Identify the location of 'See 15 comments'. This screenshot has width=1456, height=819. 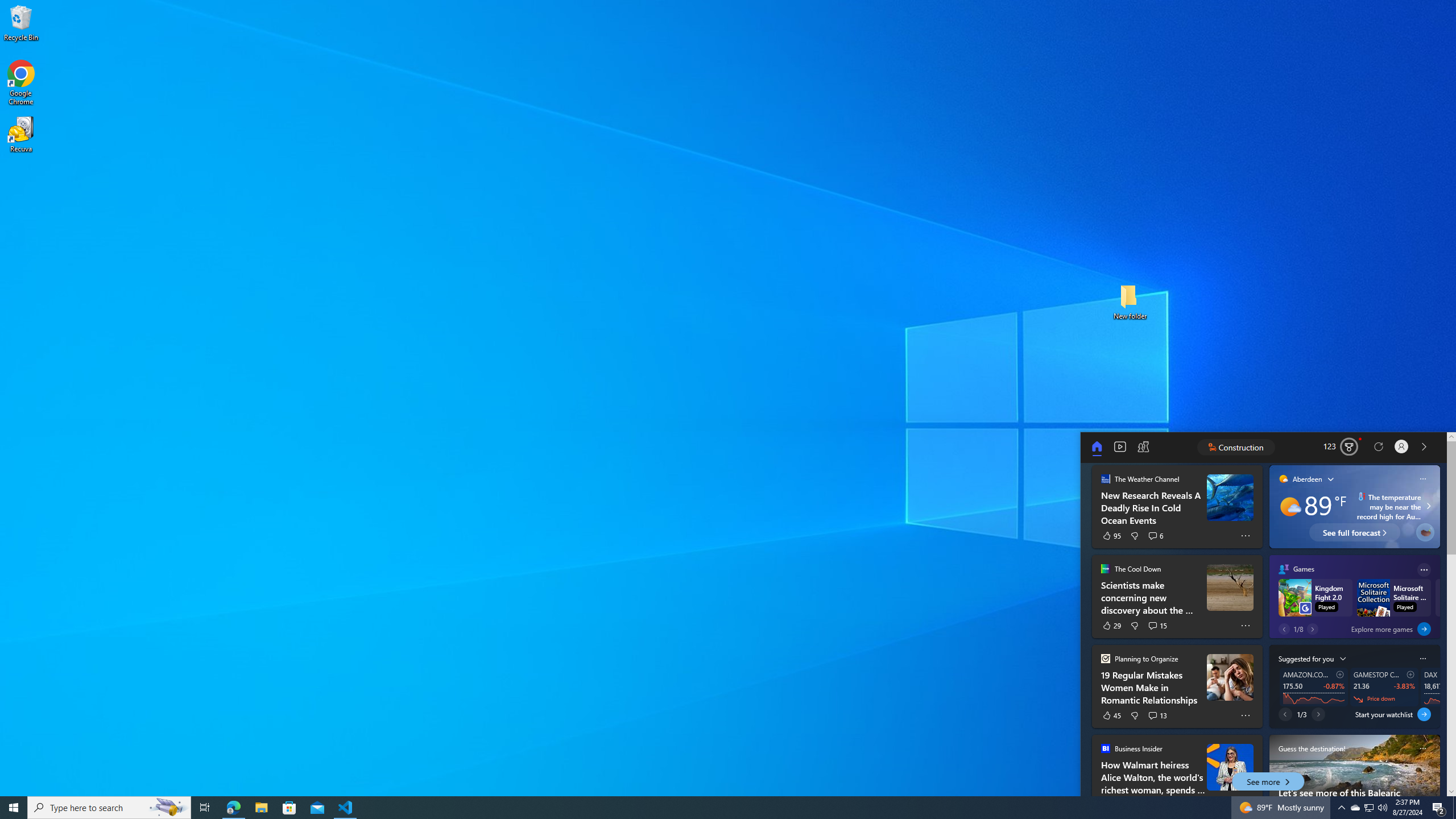
(1157, 625).